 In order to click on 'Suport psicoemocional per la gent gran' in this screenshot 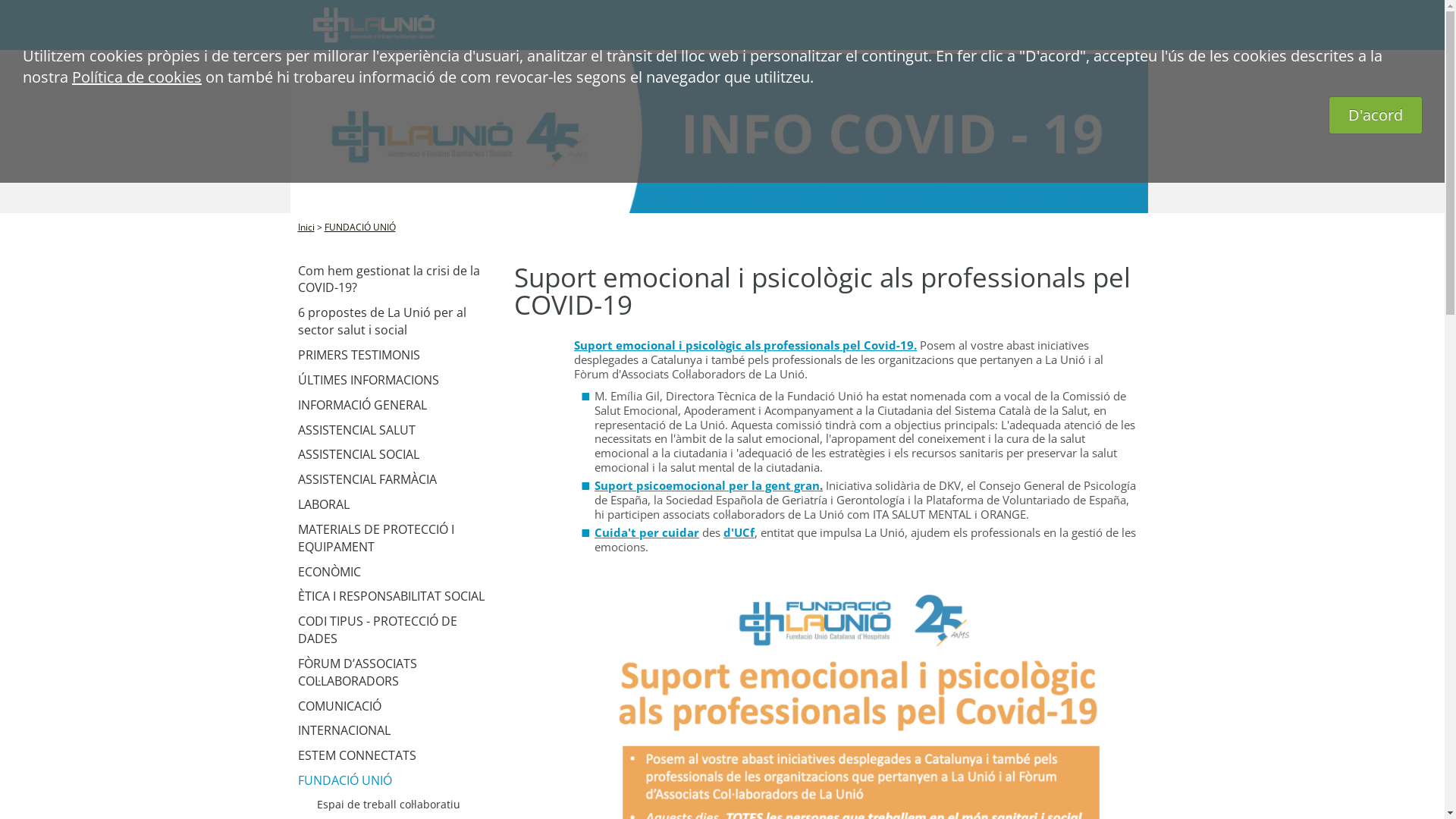, I will do `click(706, 485)`.